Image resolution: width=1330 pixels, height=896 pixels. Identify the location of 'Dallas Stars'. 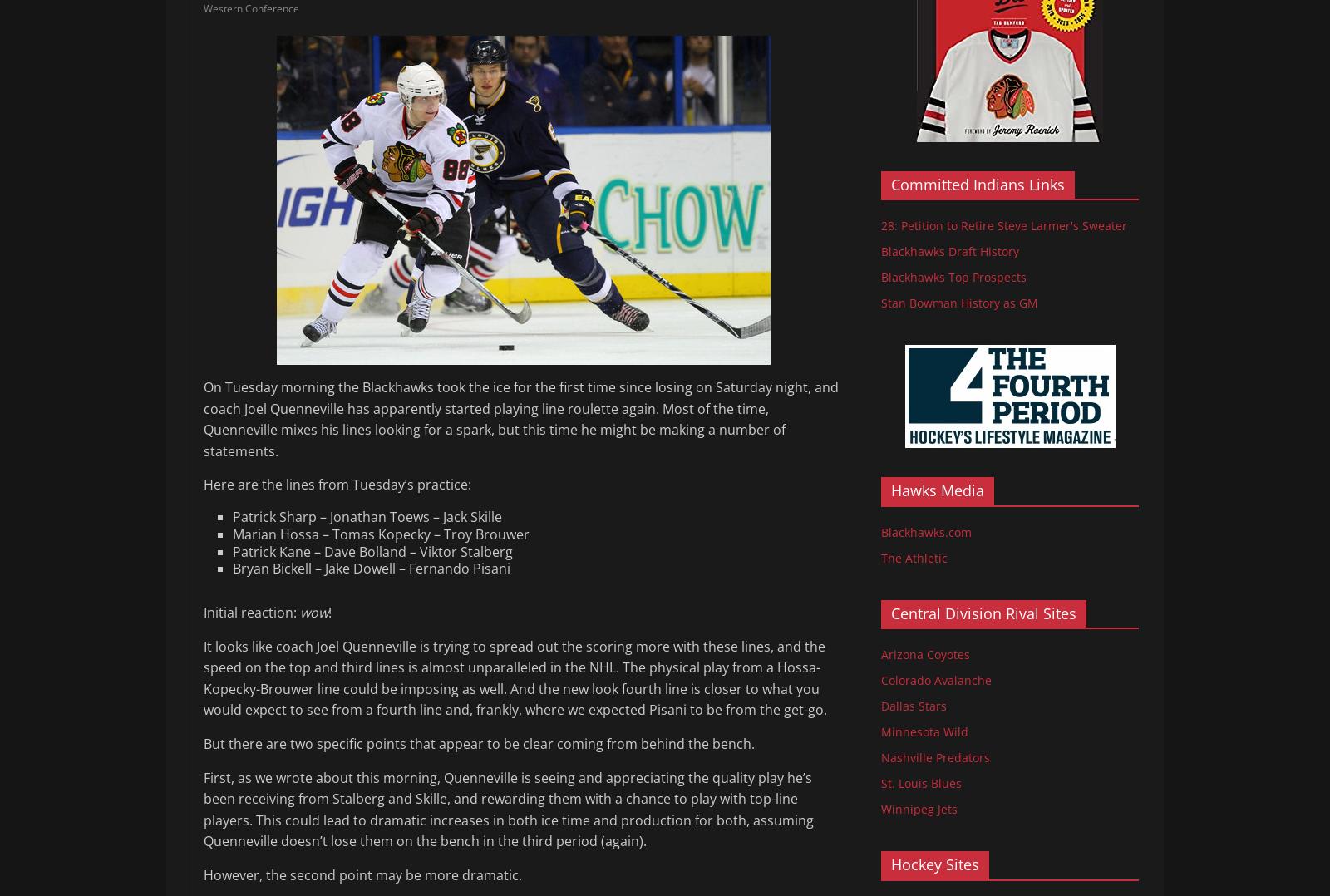
(914, 705).